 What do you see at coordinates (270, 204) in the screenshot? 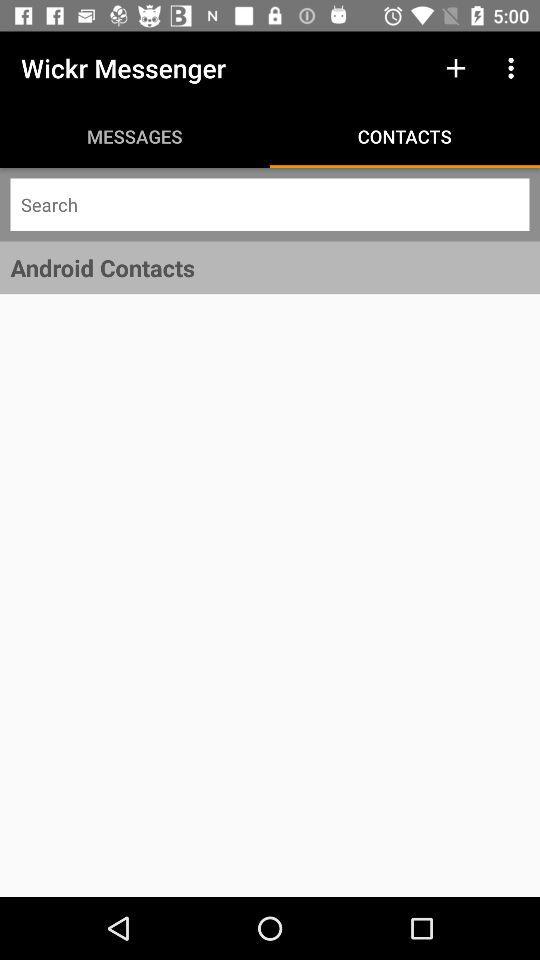
I see `the item above the android contacts` at bounding box center [270, 204].